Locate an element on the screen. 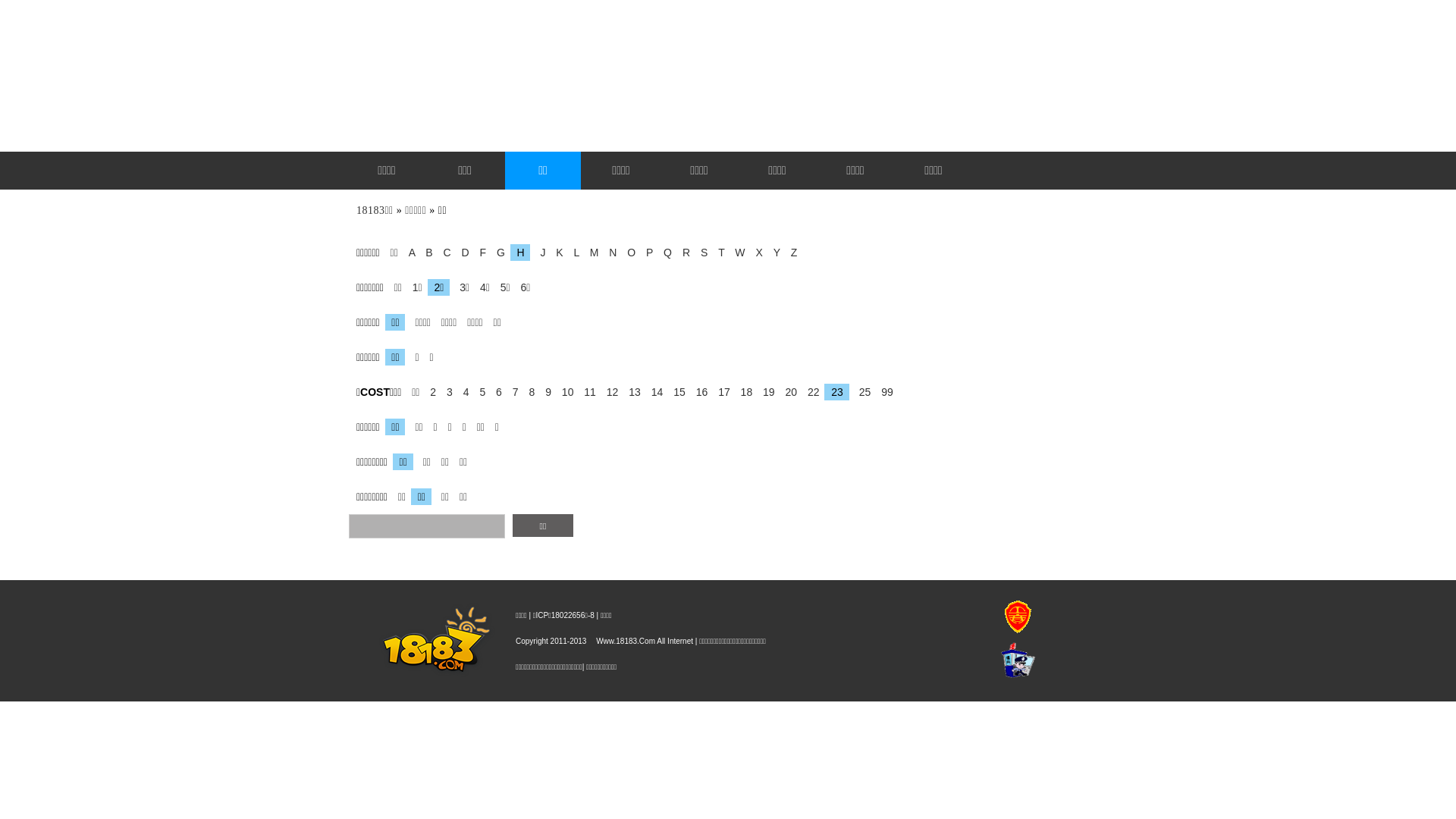  '19' is located at coordinates (764, 391).